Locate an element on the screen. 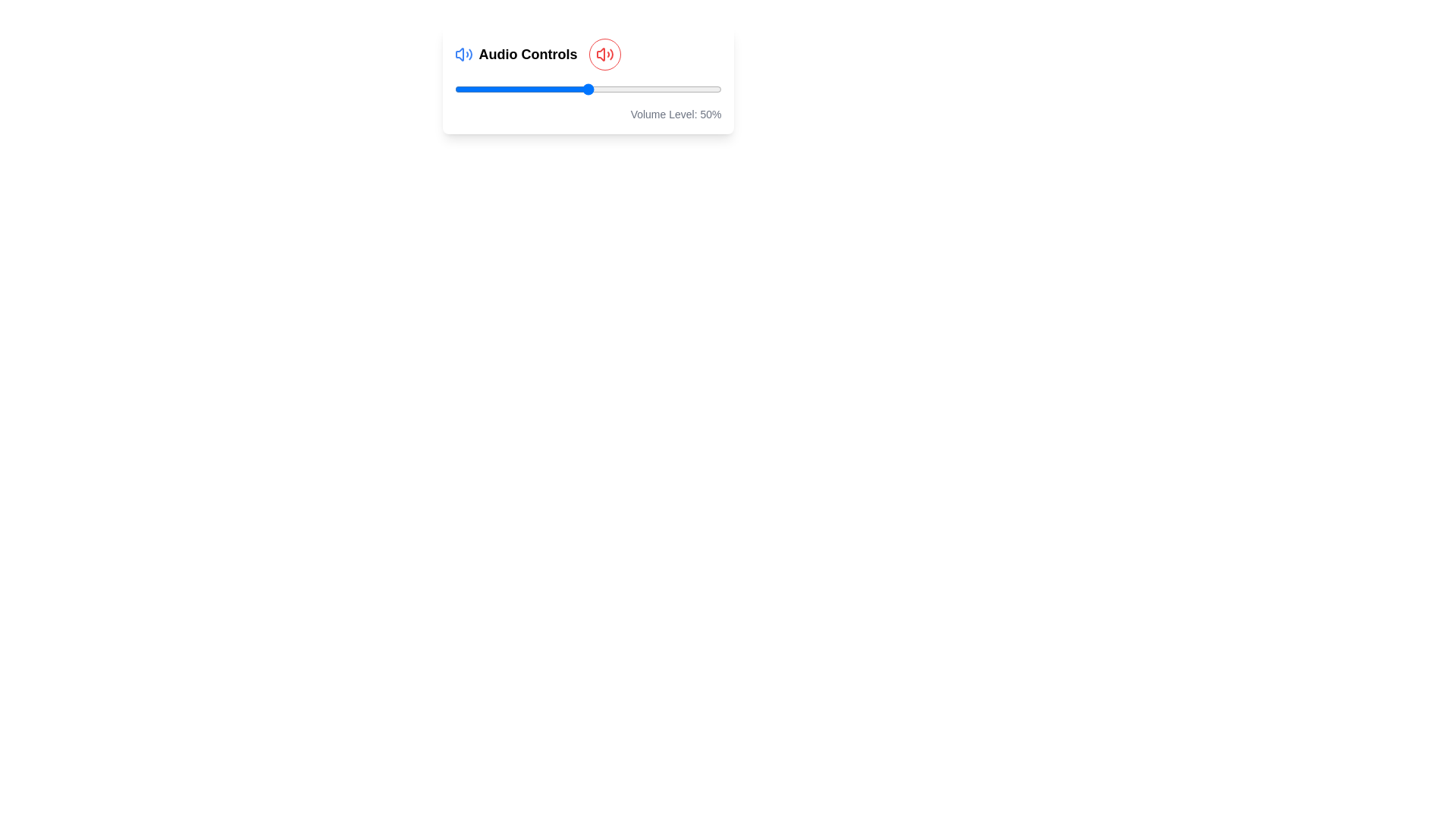 The width and height of the screenshot is (1456, 819). the volume slider to 53% by dragging the slider to the corresponding position is located at coordinates (595, 89).